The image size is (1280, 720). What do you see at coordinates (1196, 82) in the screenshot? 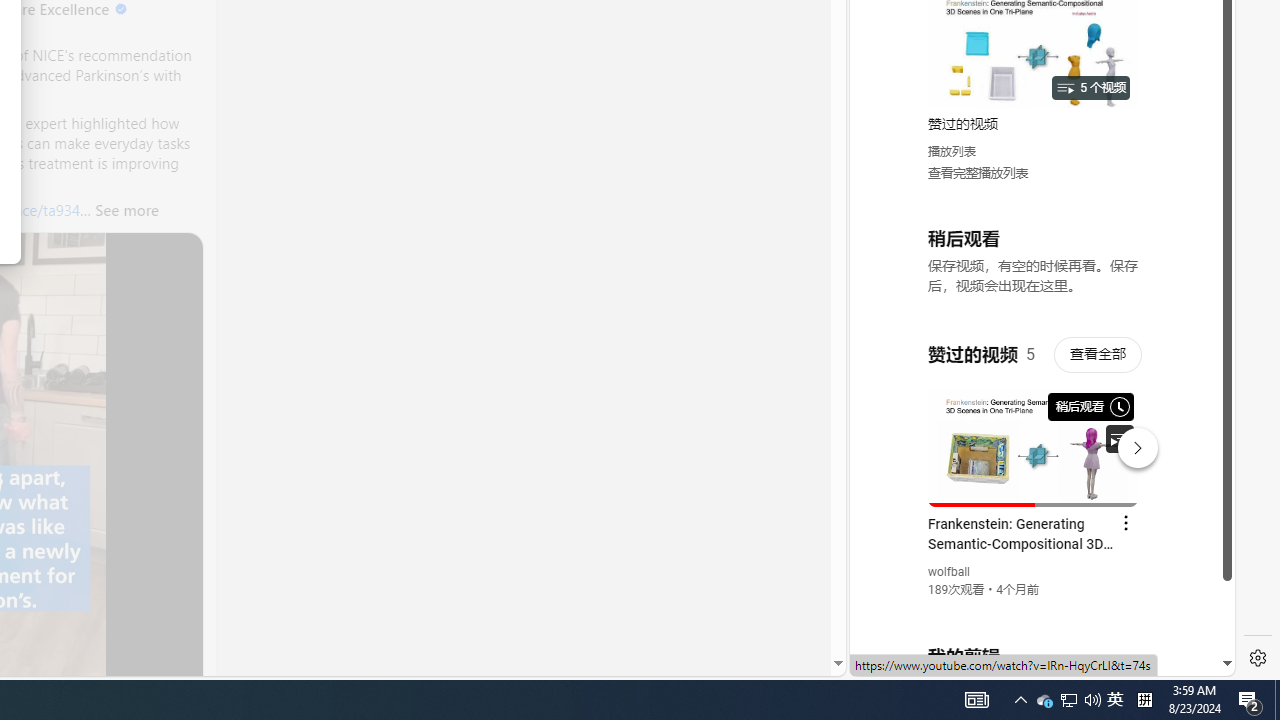
I see `'Click to scroll right'` at bounding box center [1196, 82].